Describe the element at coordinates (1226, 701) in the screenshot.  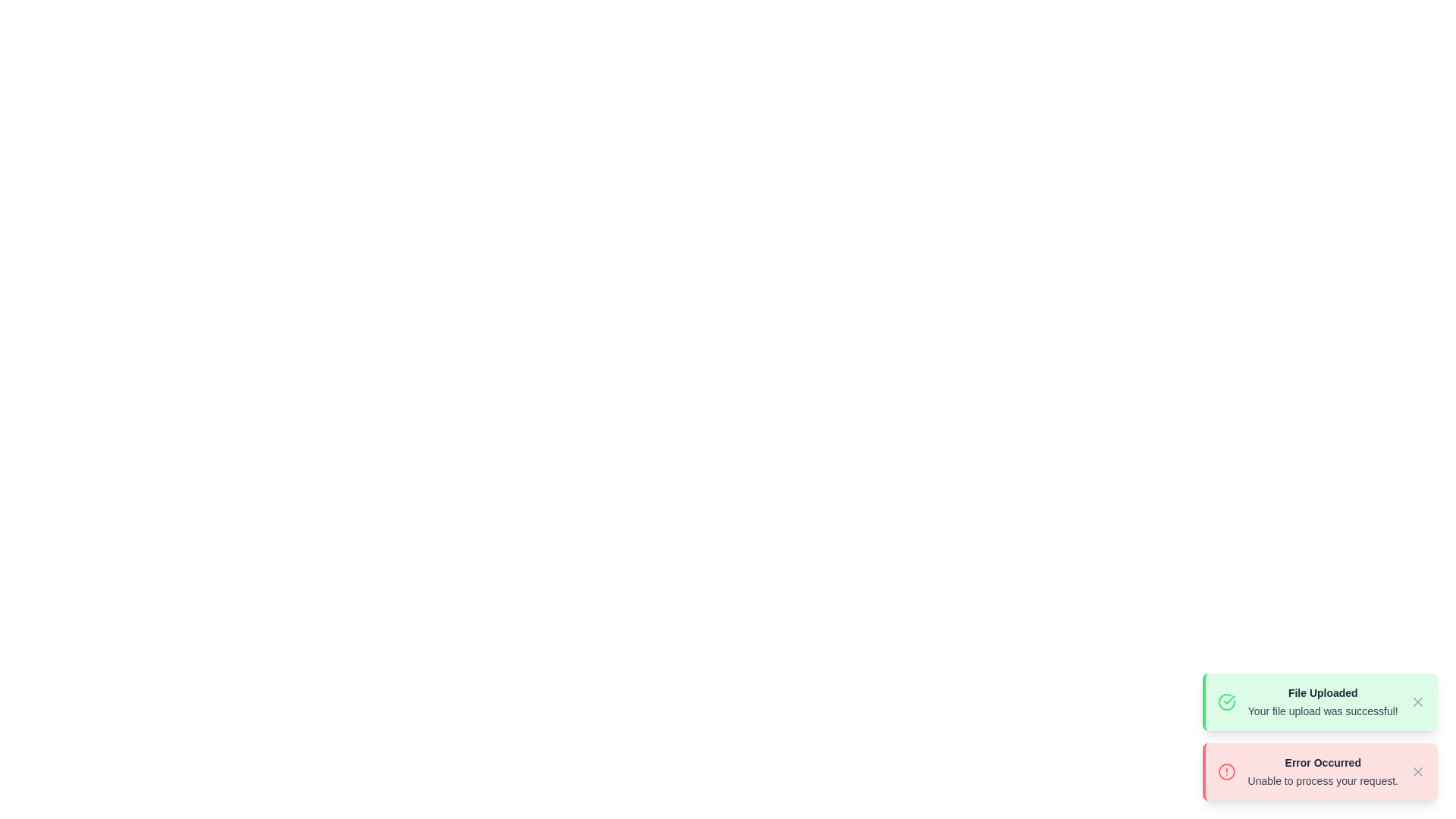
I see `the circular green icon with a check mark inside, located at the leftmost part of the notification panel for 'File Uploaded'` at that location.